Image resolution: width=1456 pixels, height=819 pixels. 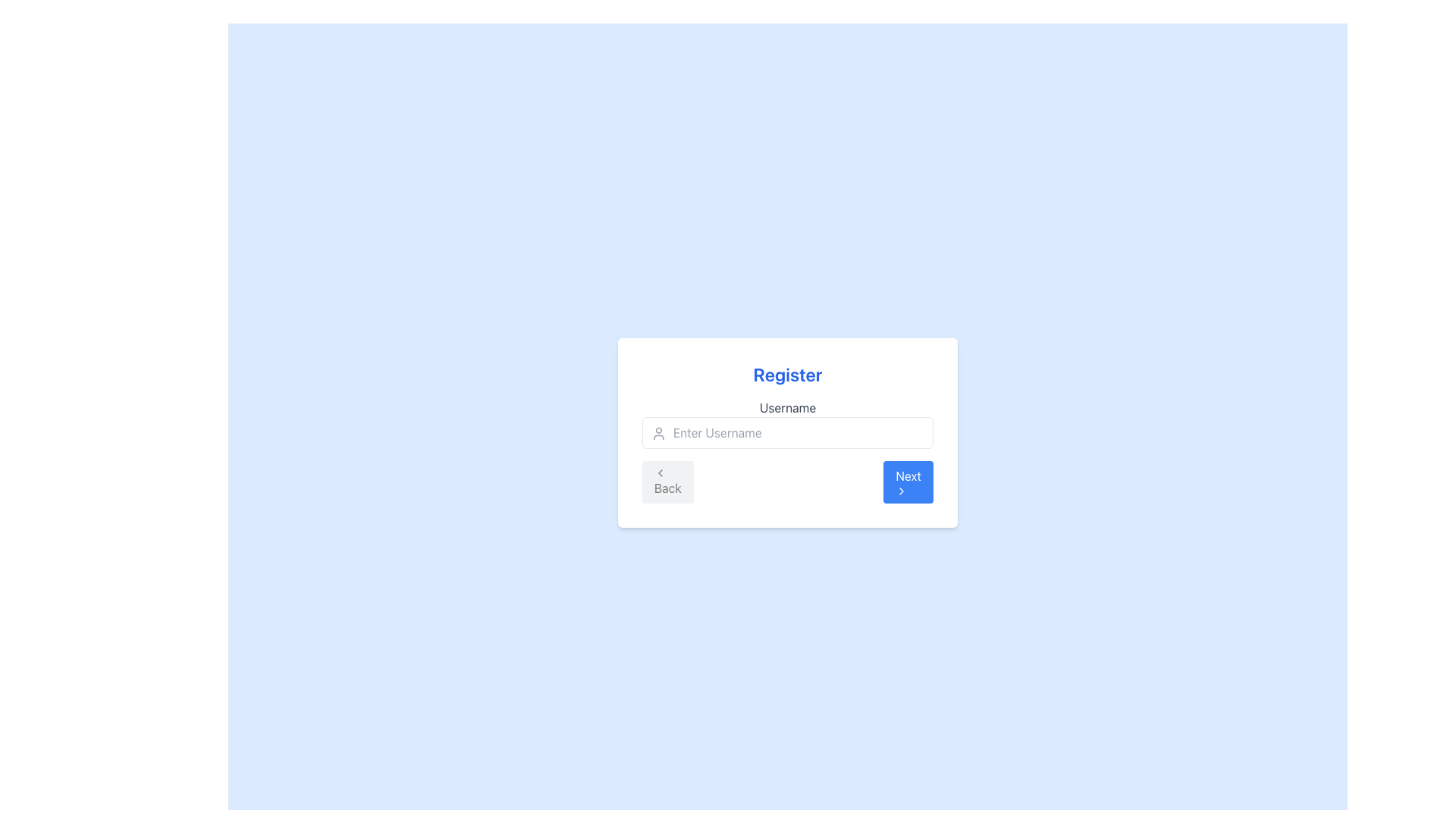 What do you see at coordinates (660, 472) in the screenshot?
I see `the vector graphic icon located to the left of the 'Back' text in the button at the bottom left section of the registration form` at bounding box center [660, 472].